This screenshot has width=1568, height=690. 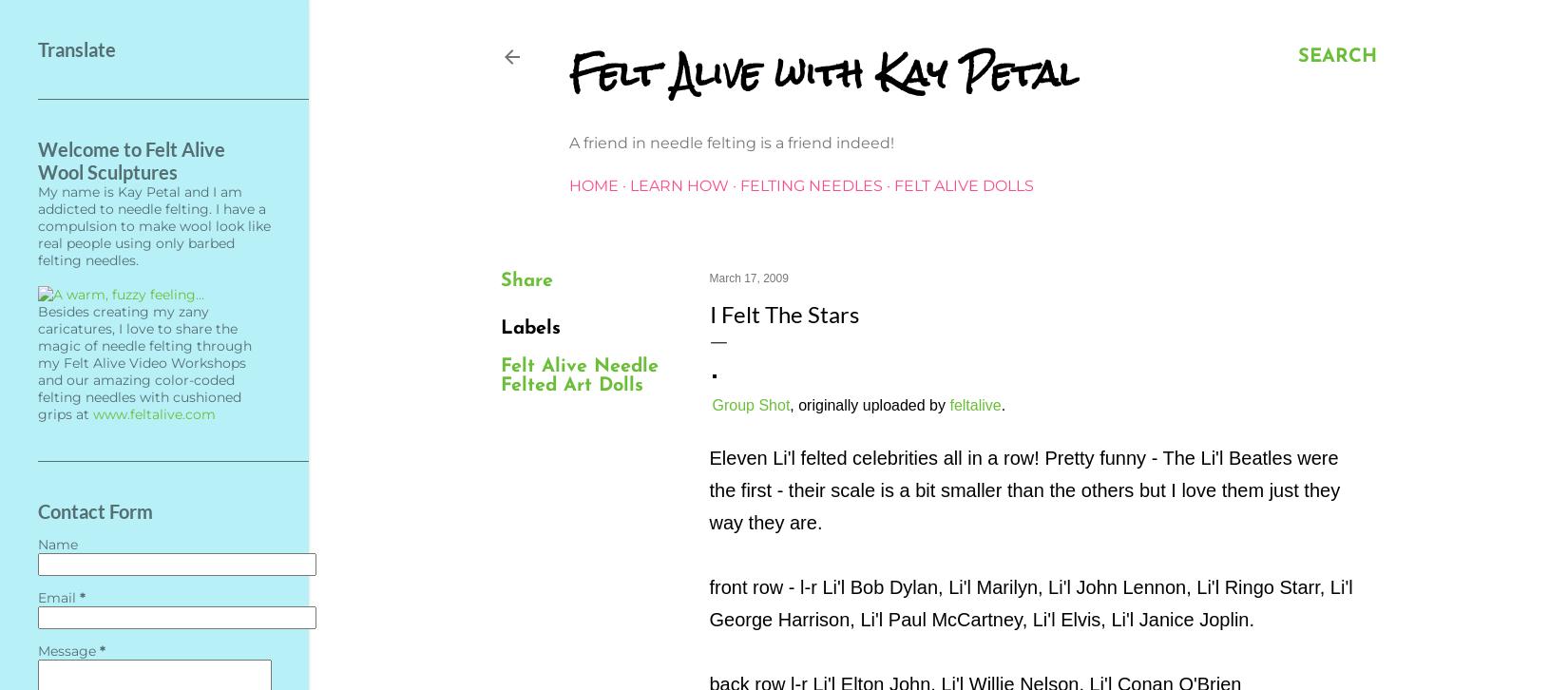 I want to click on ', originally uploaded by', so click(x=869, y=405).